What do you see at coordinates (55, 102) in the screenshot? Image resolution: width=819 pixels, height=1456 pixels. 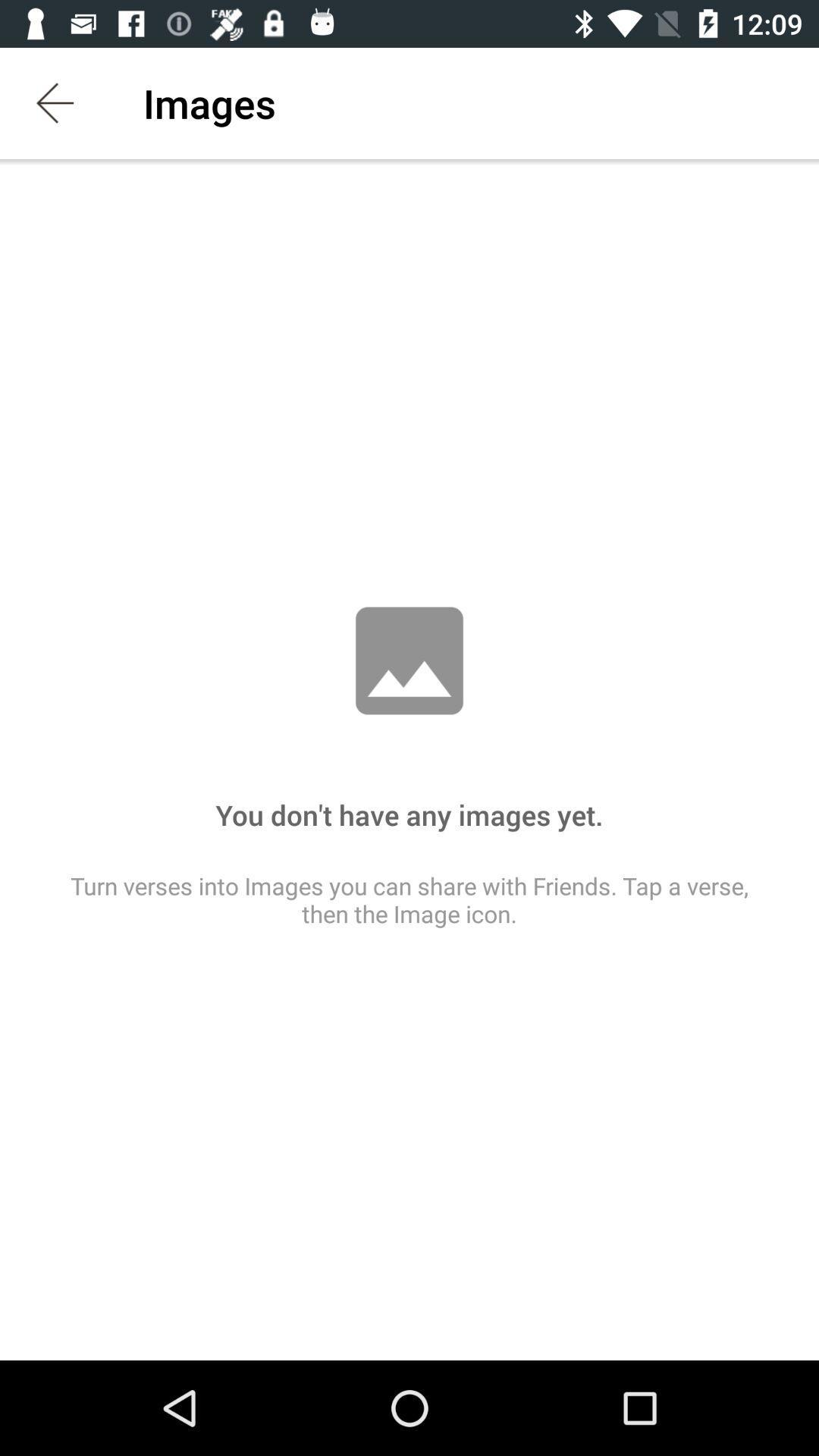 I see `the app next to the images icon` at bounding box center [55, 102].